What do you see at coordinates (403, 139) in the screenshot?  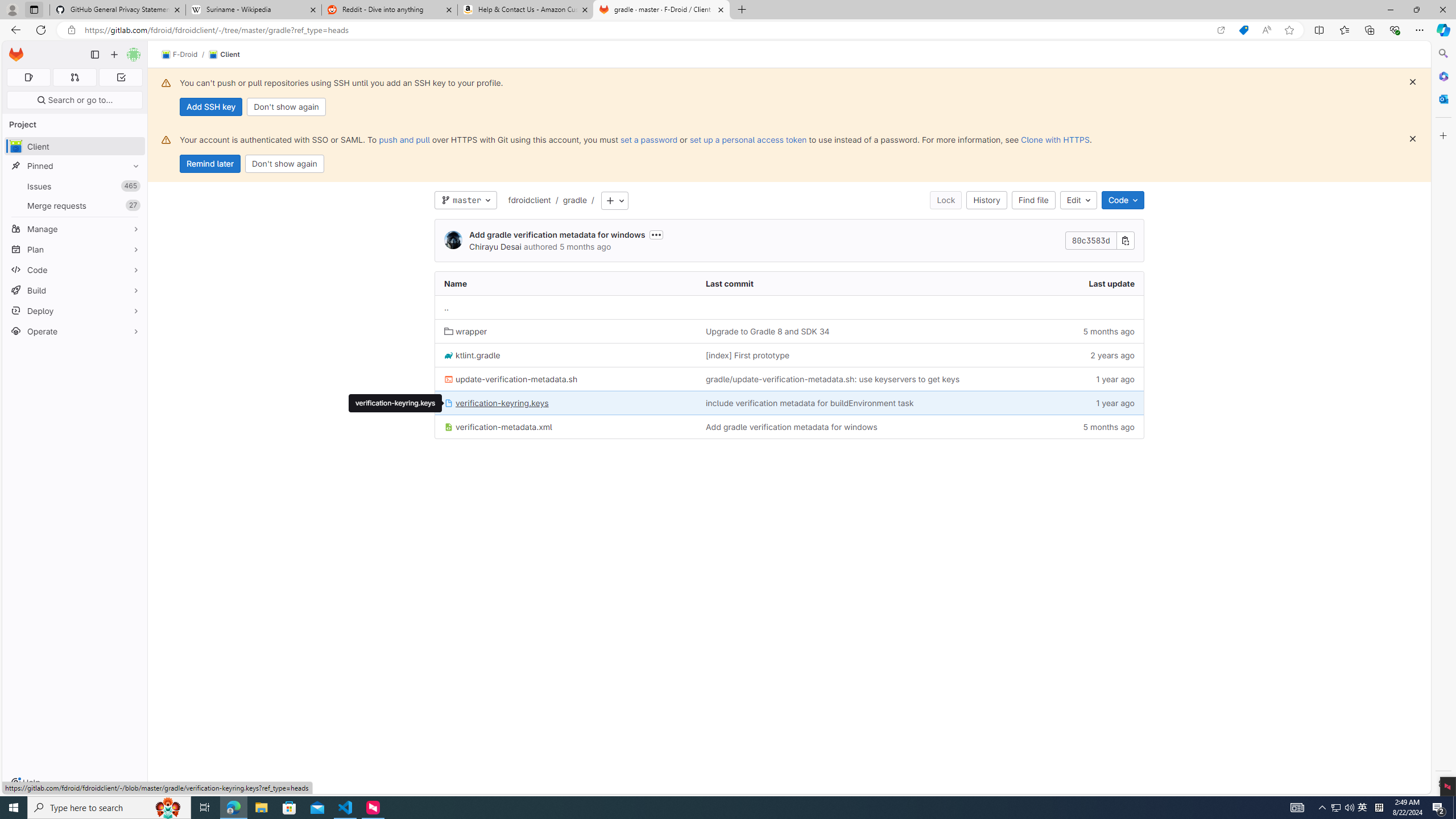 I see `'push and pull'` at bounding box center [403, 139].